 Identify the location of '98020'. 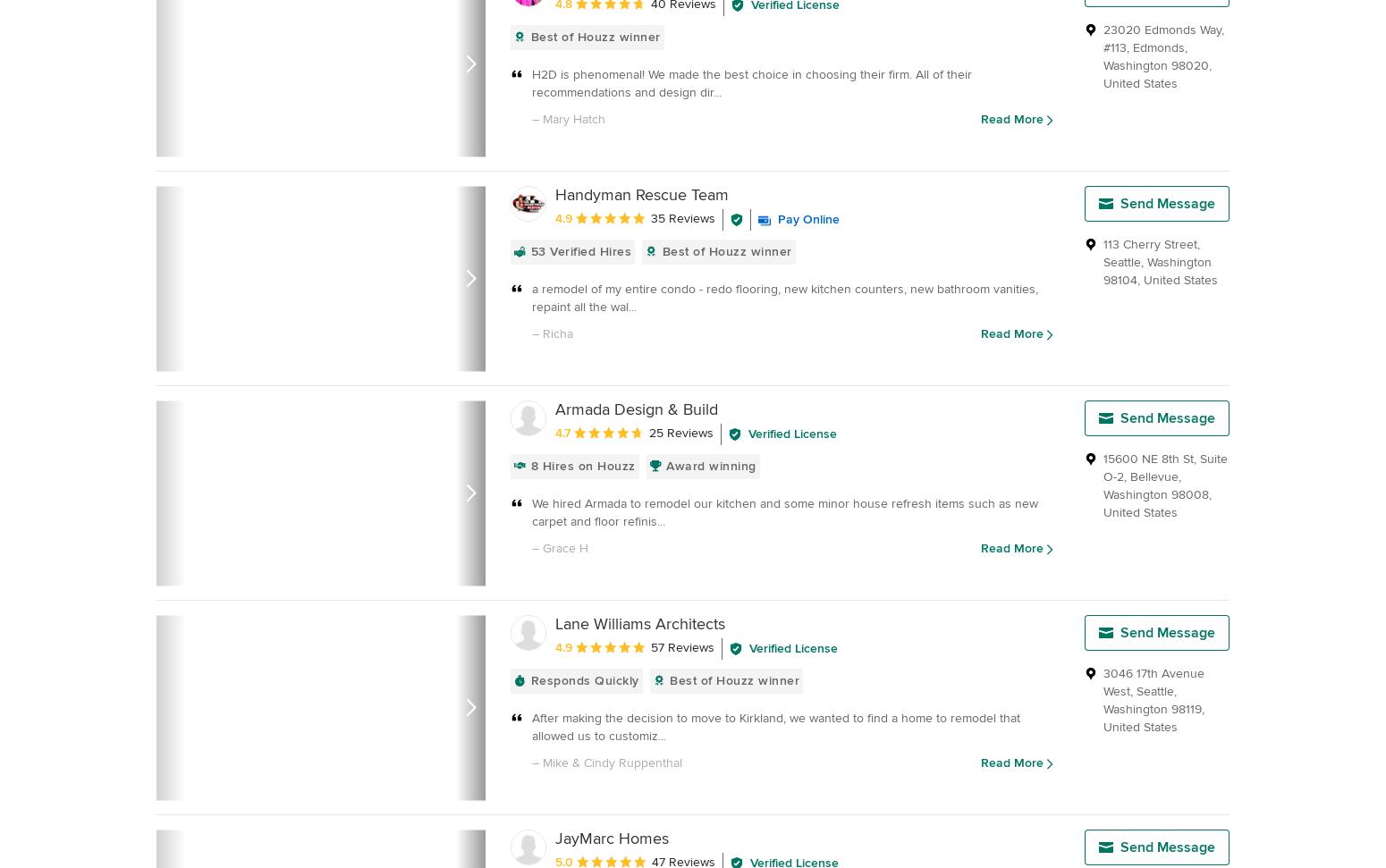
(1189, 64).